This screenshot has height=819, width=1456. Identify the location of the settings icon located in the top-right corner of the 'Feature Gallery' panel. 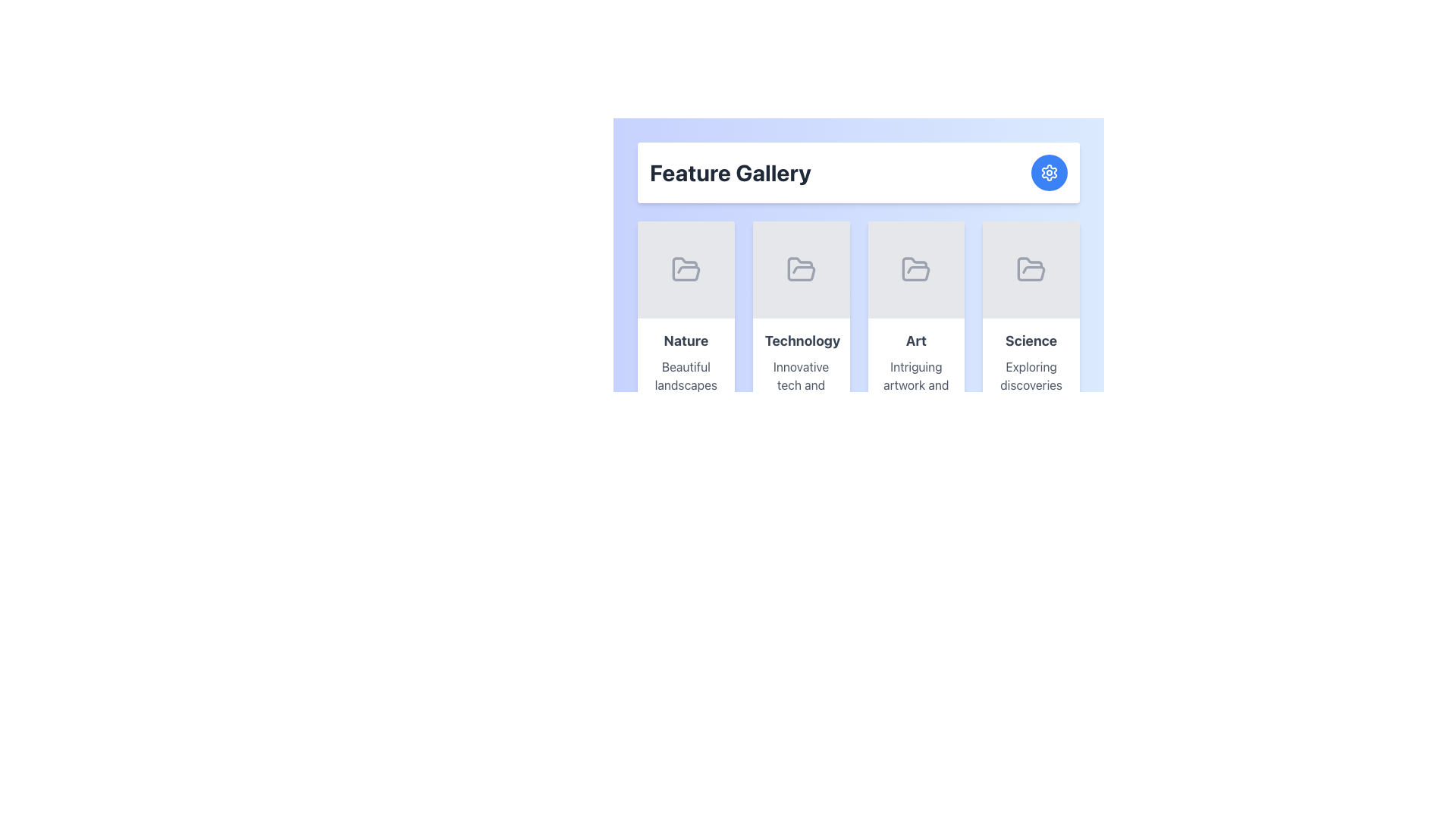
(1048, 171).